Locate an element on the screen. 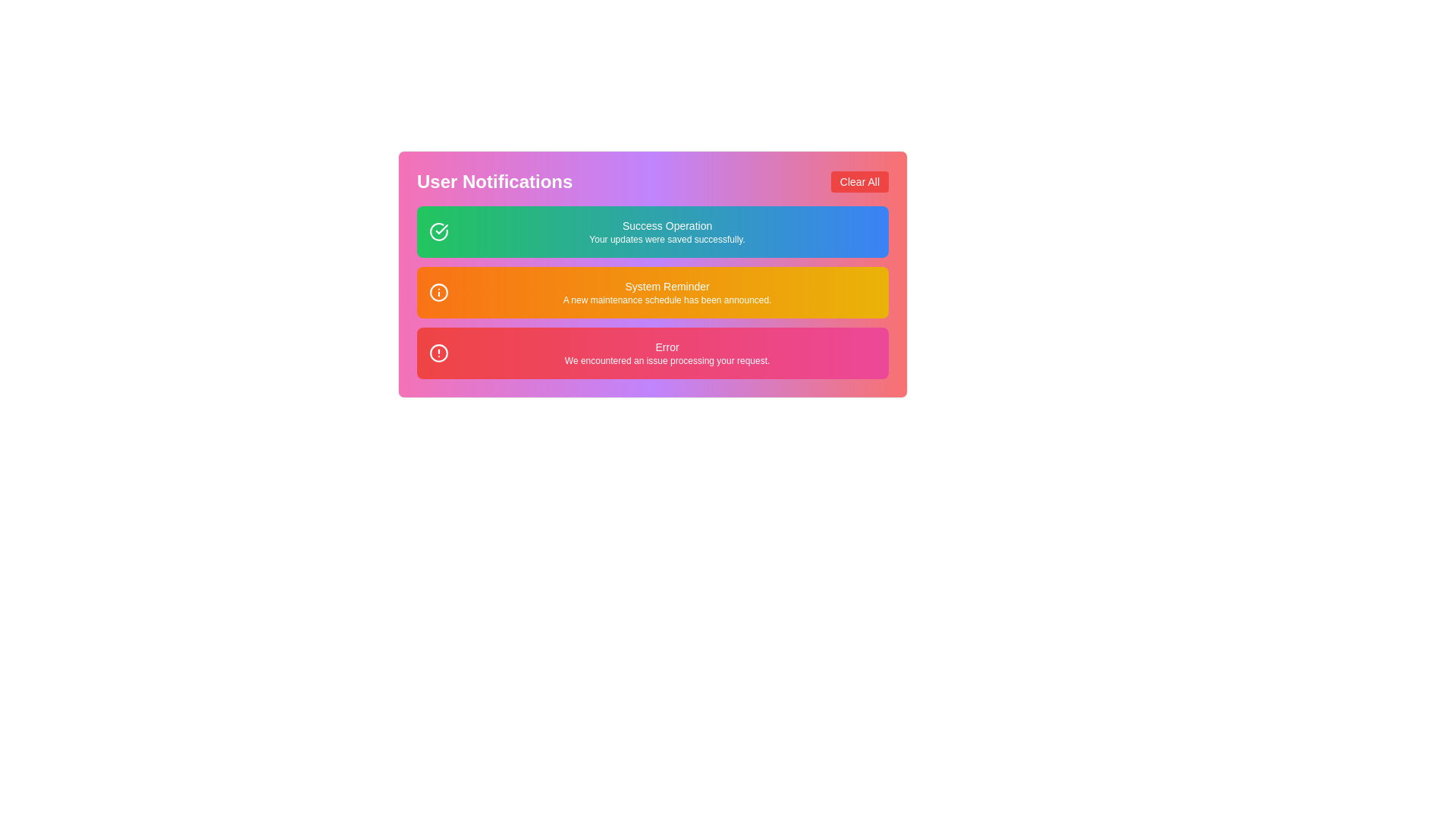 The image size is (1456, 819). the 'Clear All' button, which has a vibrant red background and white text, located in the upper-right corner of the notification panel is located at coordinates (859, 180).